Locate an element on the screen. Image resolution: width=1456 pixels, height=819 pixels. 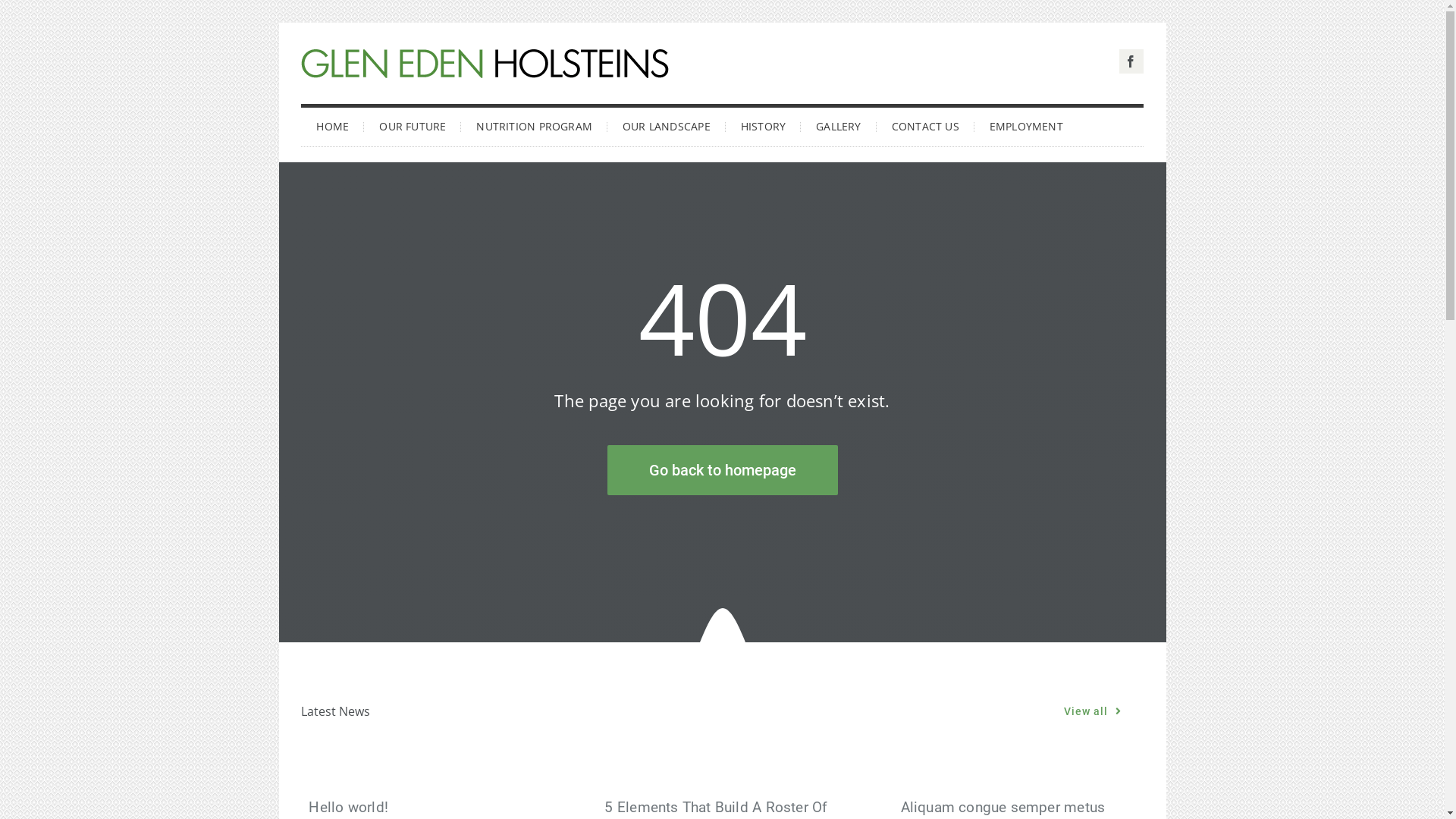
'CONTACT US' is located at coordinates (924, 124).